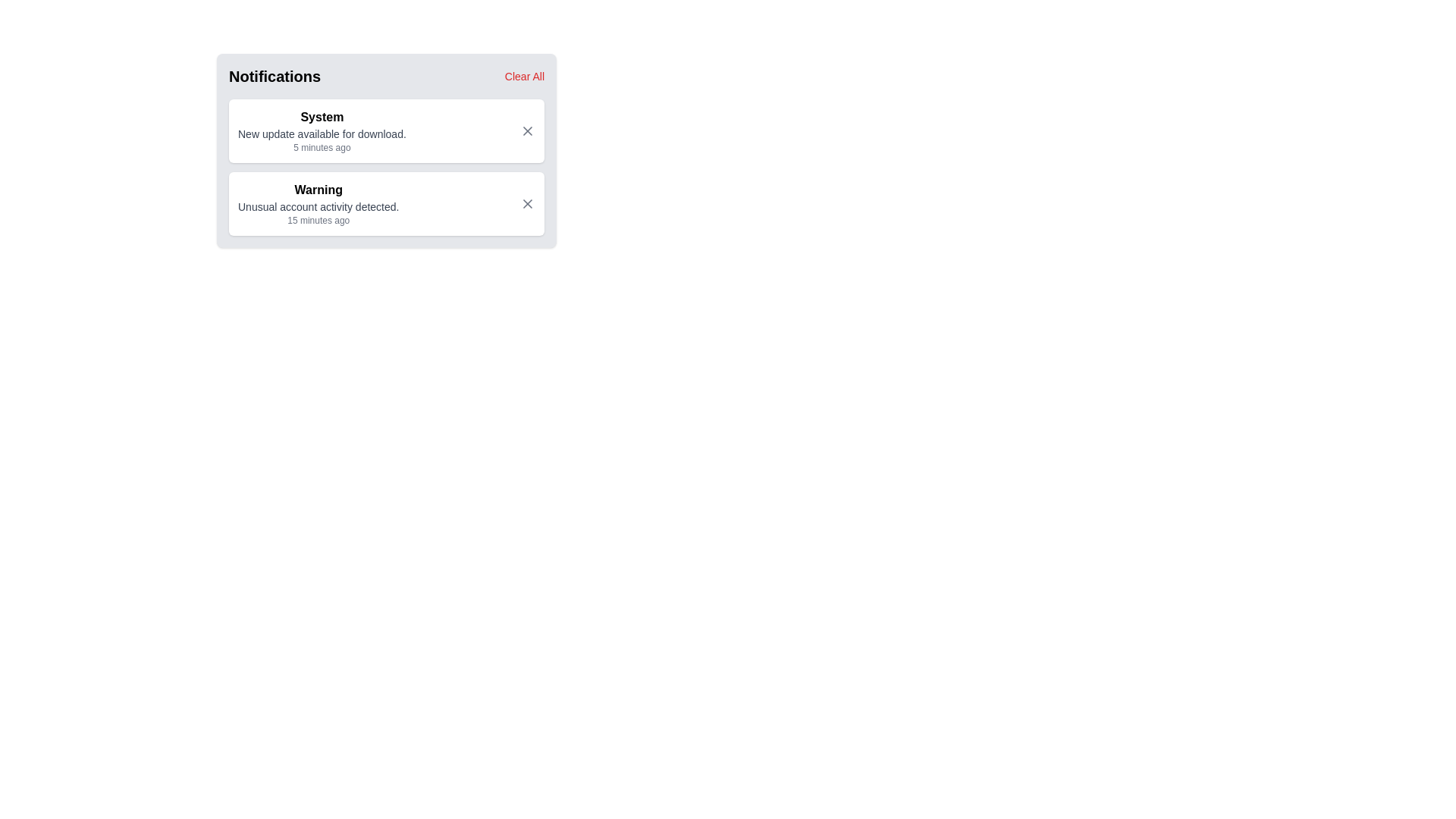 Image resolution: width=1456 pixels, height=819 pixels. Describe the element at coordinates (528, 203) in the screenshot. I see `the Icon Button located in the top-right corner of the second notification card, which is associated with a 'Warning' about unusual account activity` at that location.